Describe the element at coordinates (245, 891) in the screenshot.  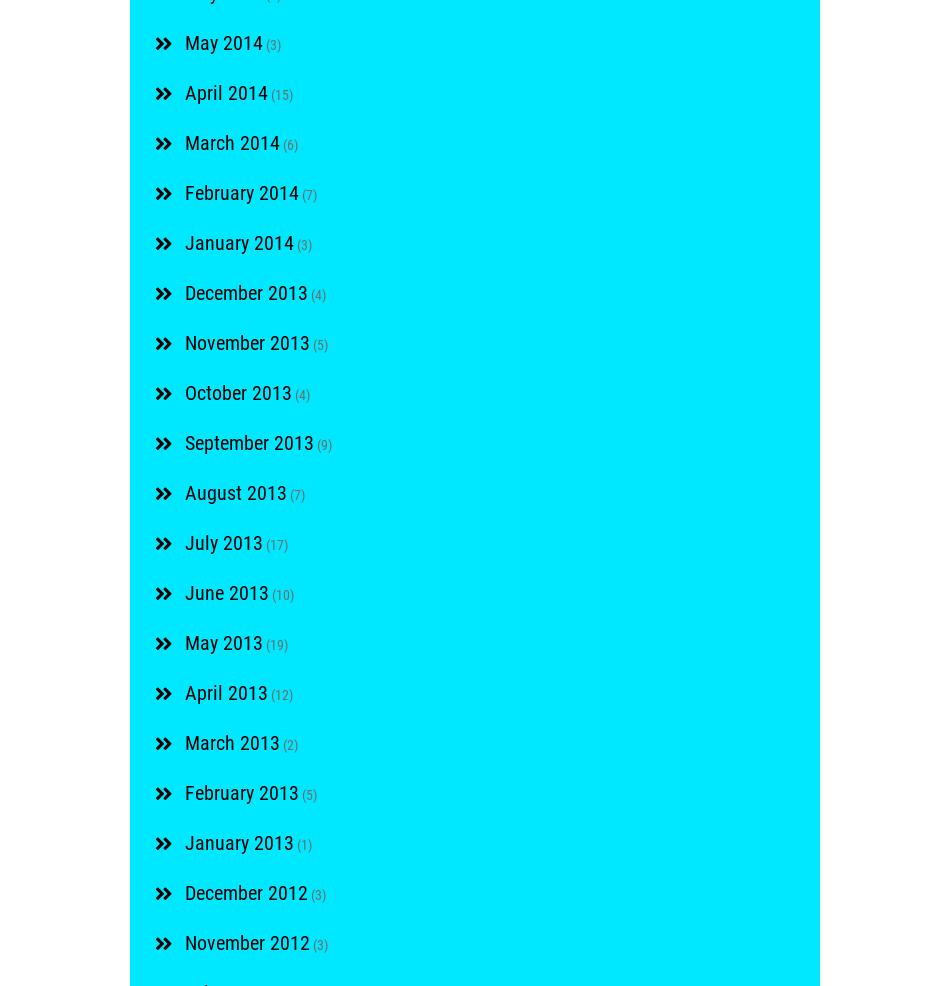
I see `'December 2012'` at that location.